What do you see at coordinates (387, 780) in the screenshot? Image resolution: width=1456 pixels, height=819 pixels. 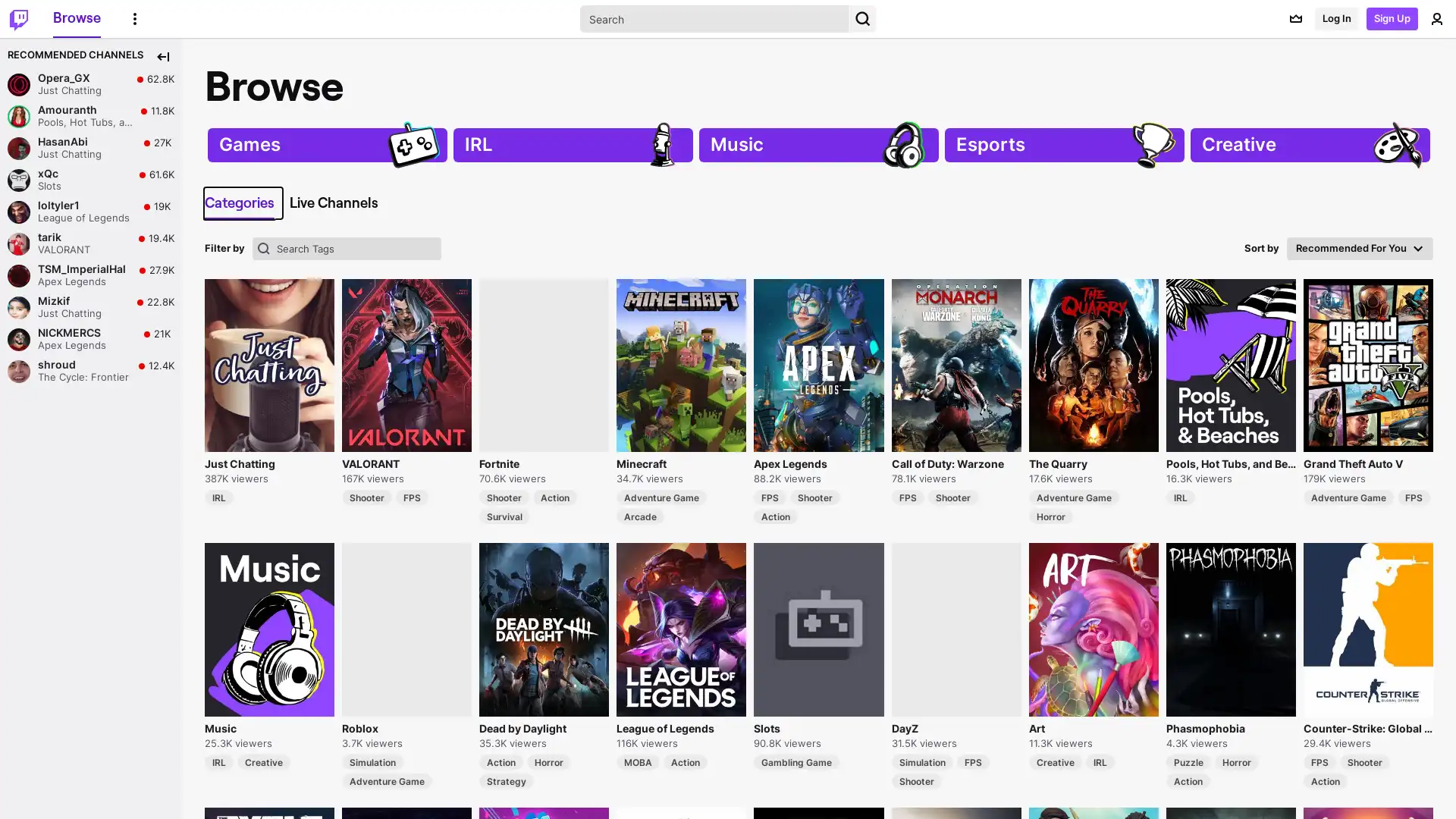 I see `Adventure Game` at bounding box center [387, 780].